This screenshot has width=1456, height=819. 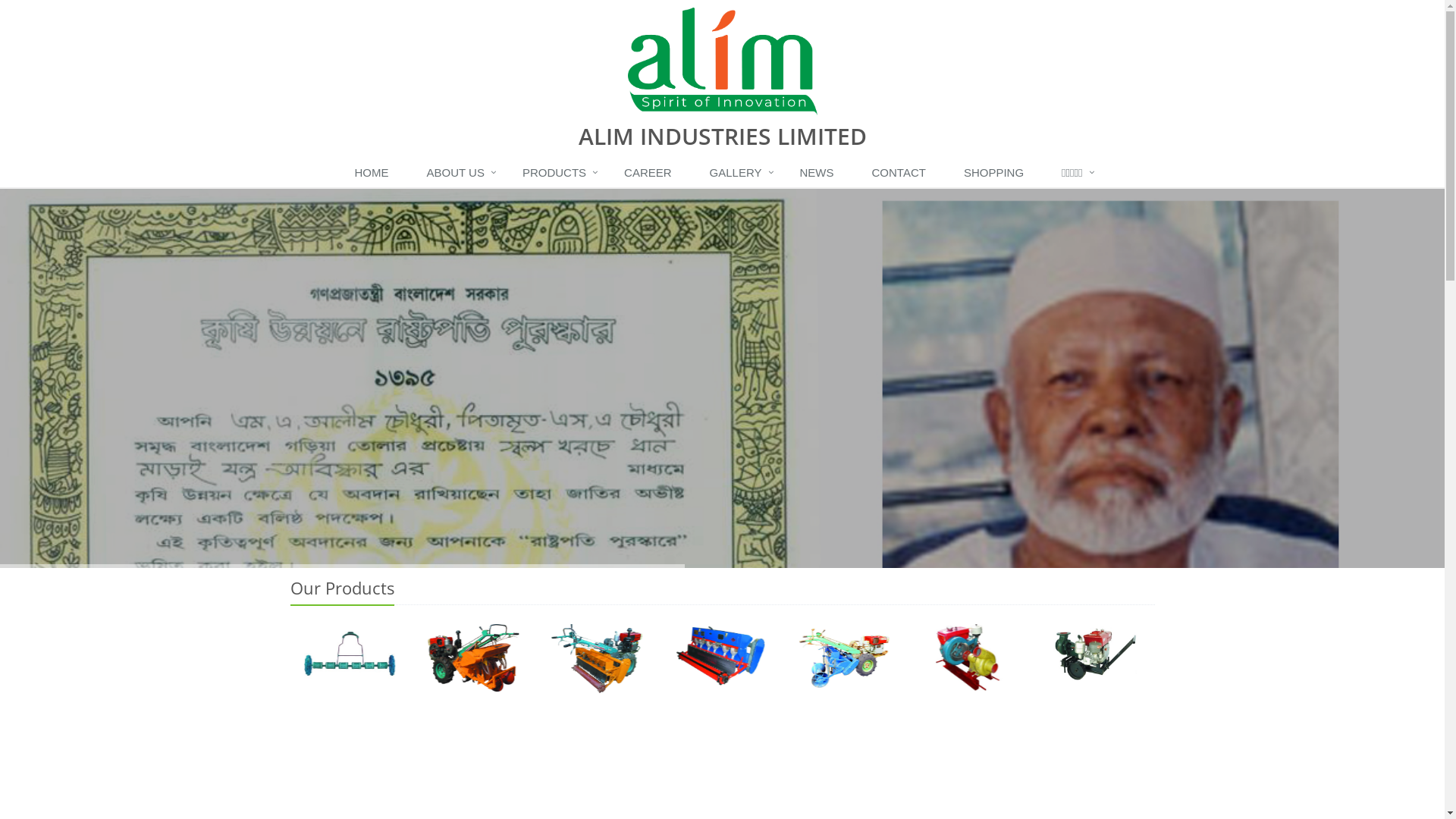 What do you see at coordinates (739, 172) in the screenshot?
I see `'GALLERY'` at bounding box center [739, 172].